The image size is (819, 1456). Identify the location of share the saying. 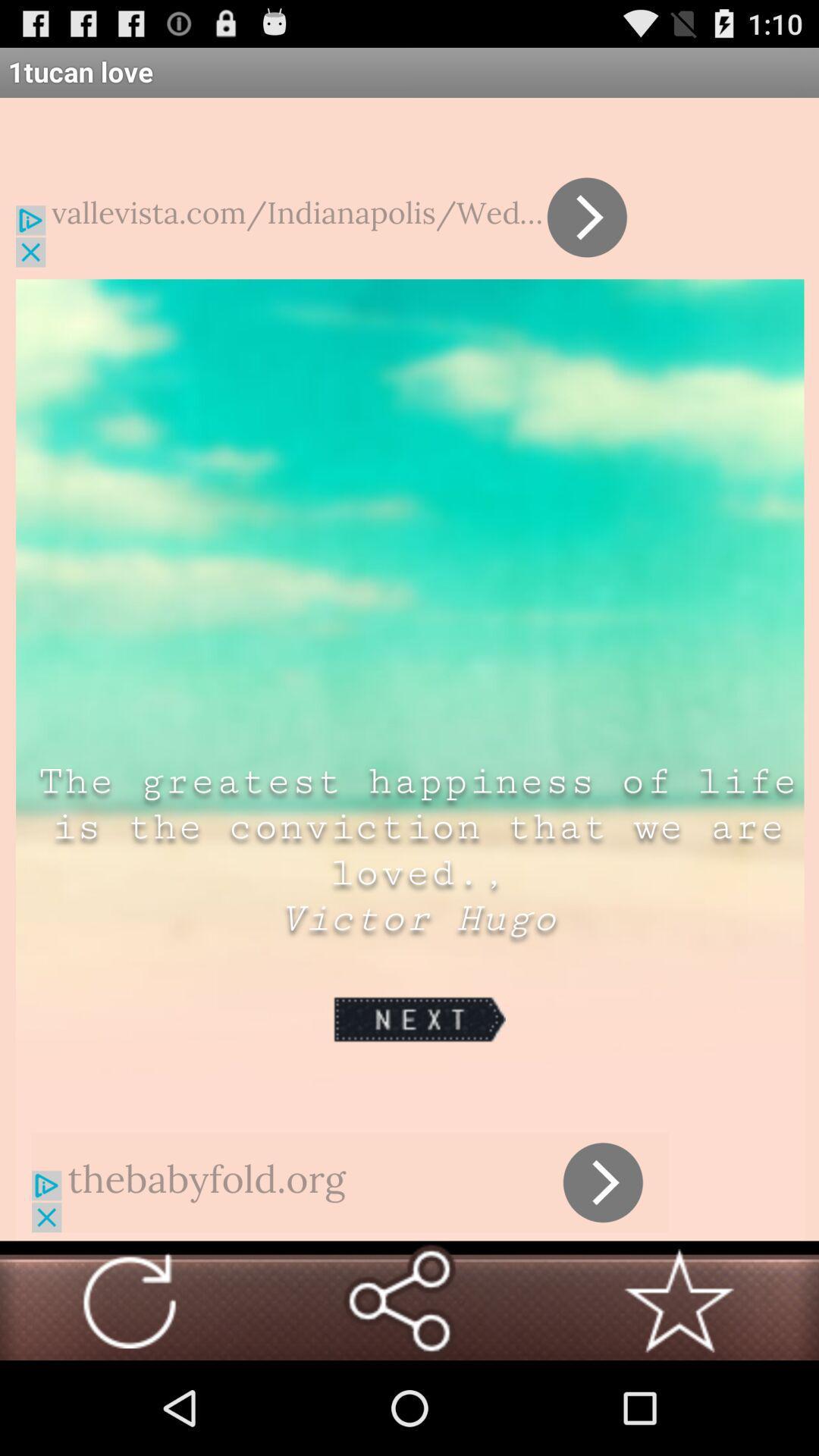
(398, 1300).